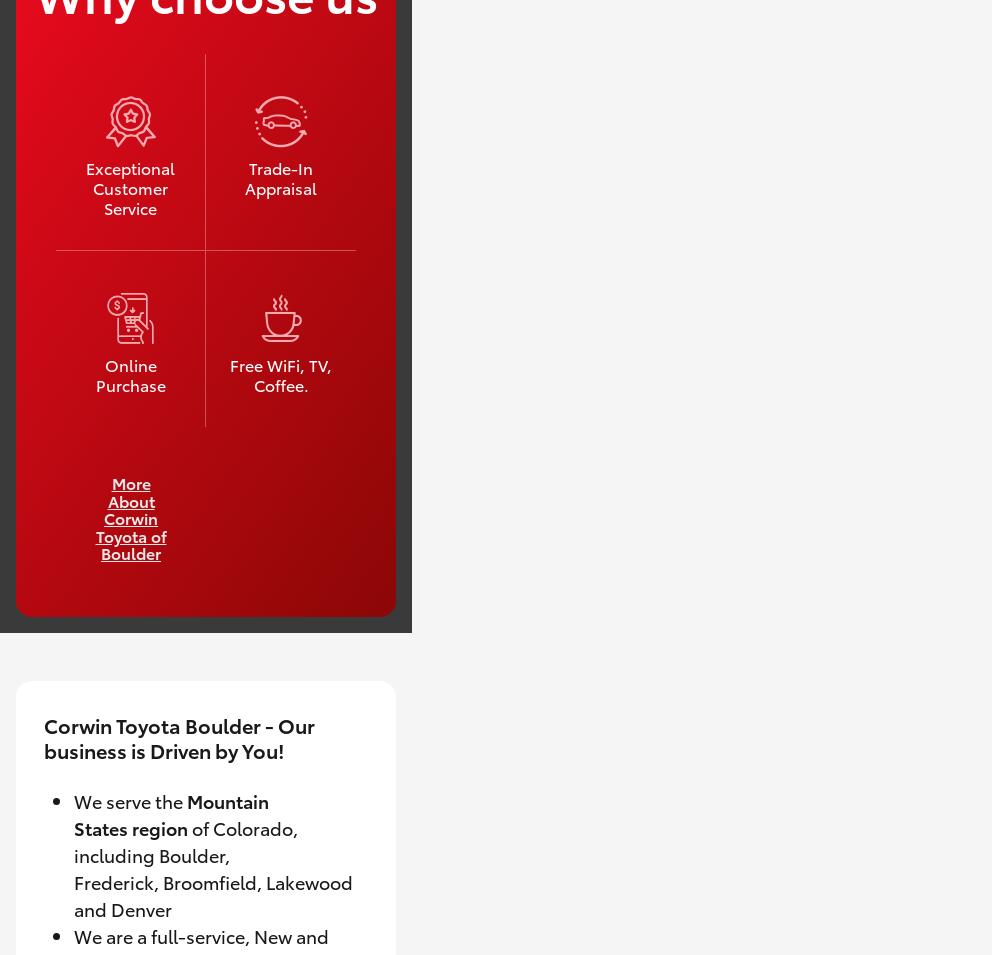 The image size is (992, 955). I want to click on 'Broomfield, Lakewood and Denver', so click(213, 895).